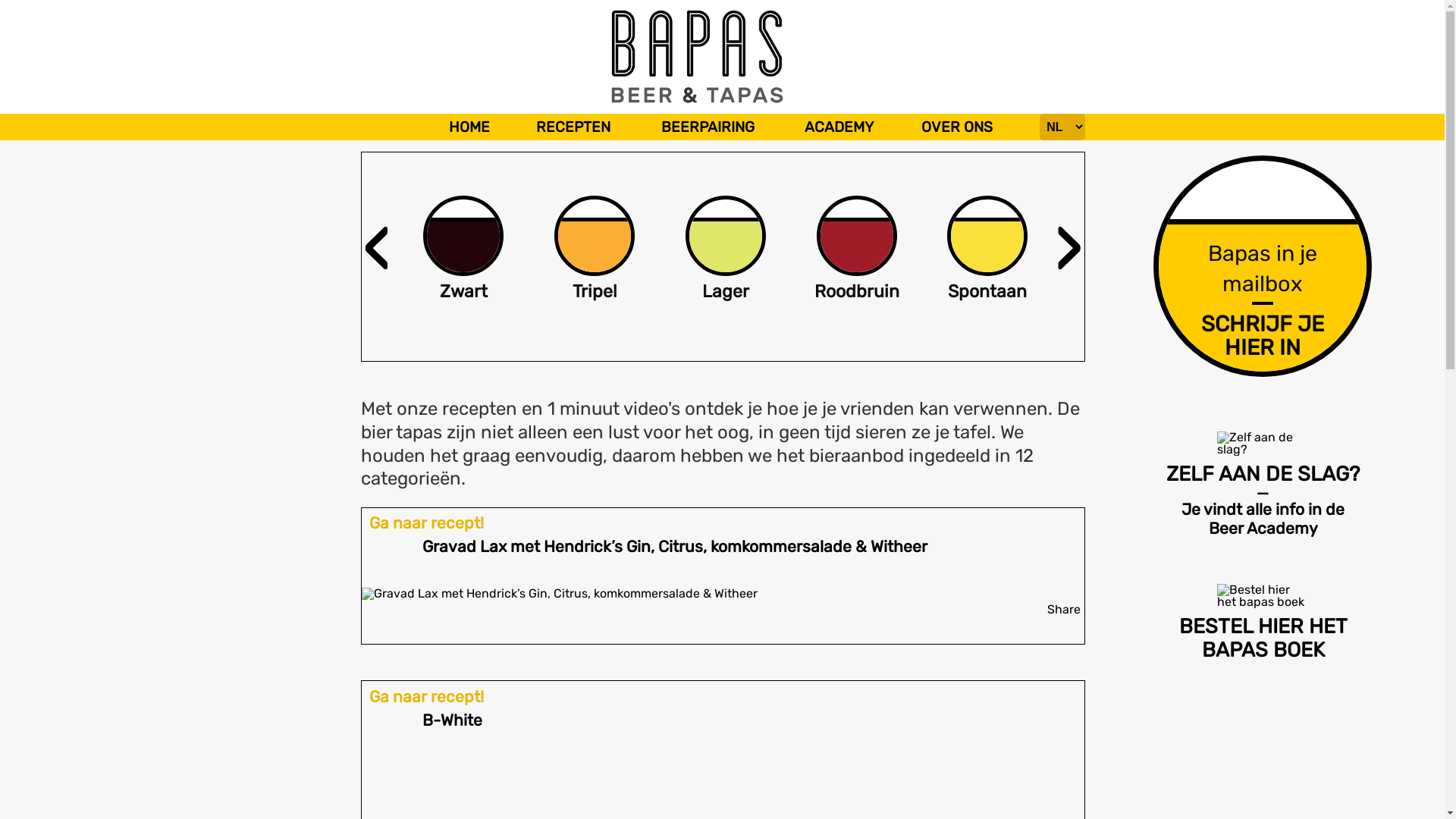 Image resolution: width=1456 pixels, height=819 pixels. What do you see at coordinates (707, 126) in the screenshot?
I see `'BEERPAIRING'` at bounding box center [707, 126].